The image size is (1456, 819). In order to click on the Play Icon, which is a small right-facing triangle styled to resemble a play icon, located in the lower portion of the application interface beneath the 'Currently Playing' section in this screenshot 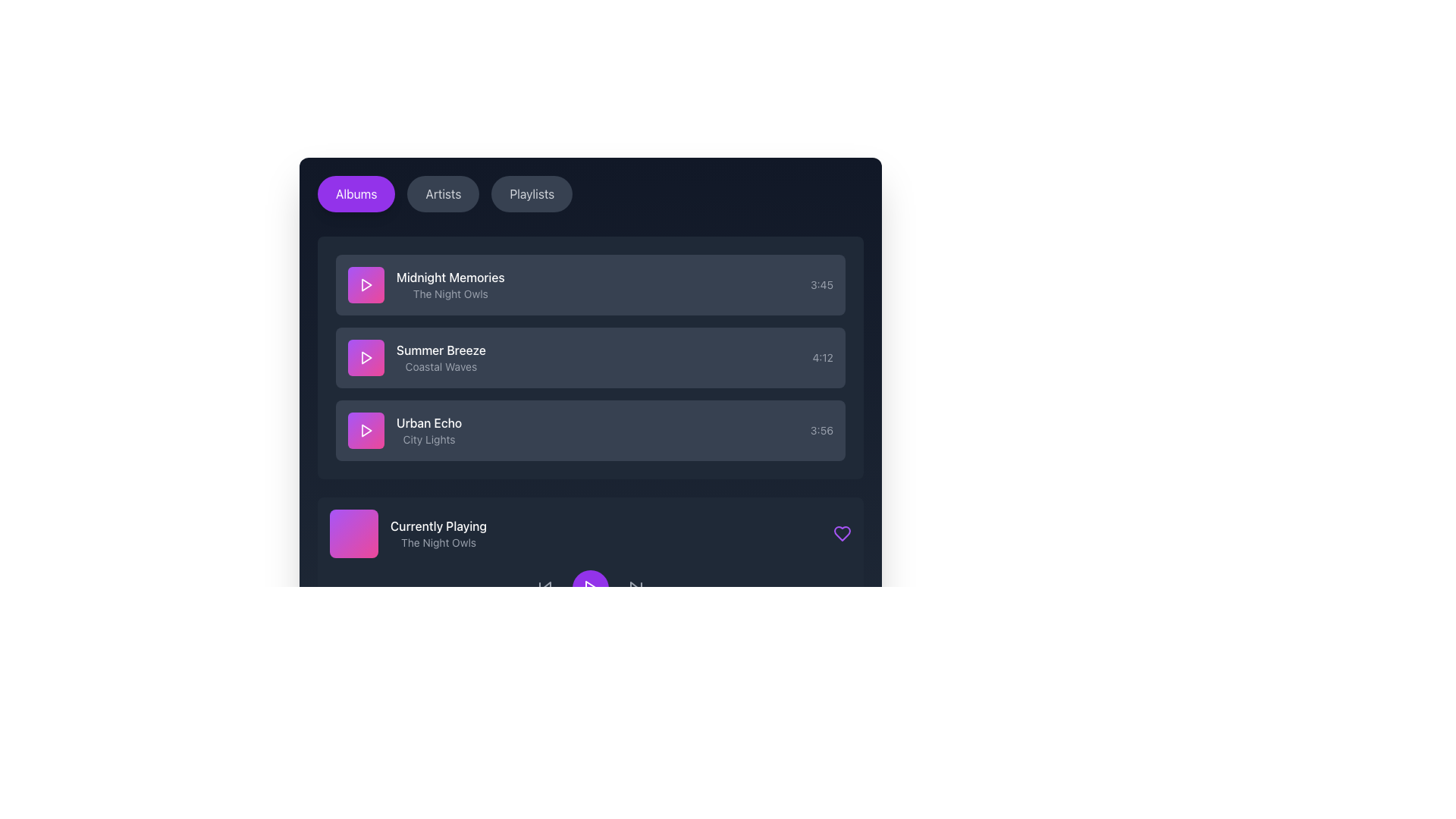, I will do `click(590, 587)`.